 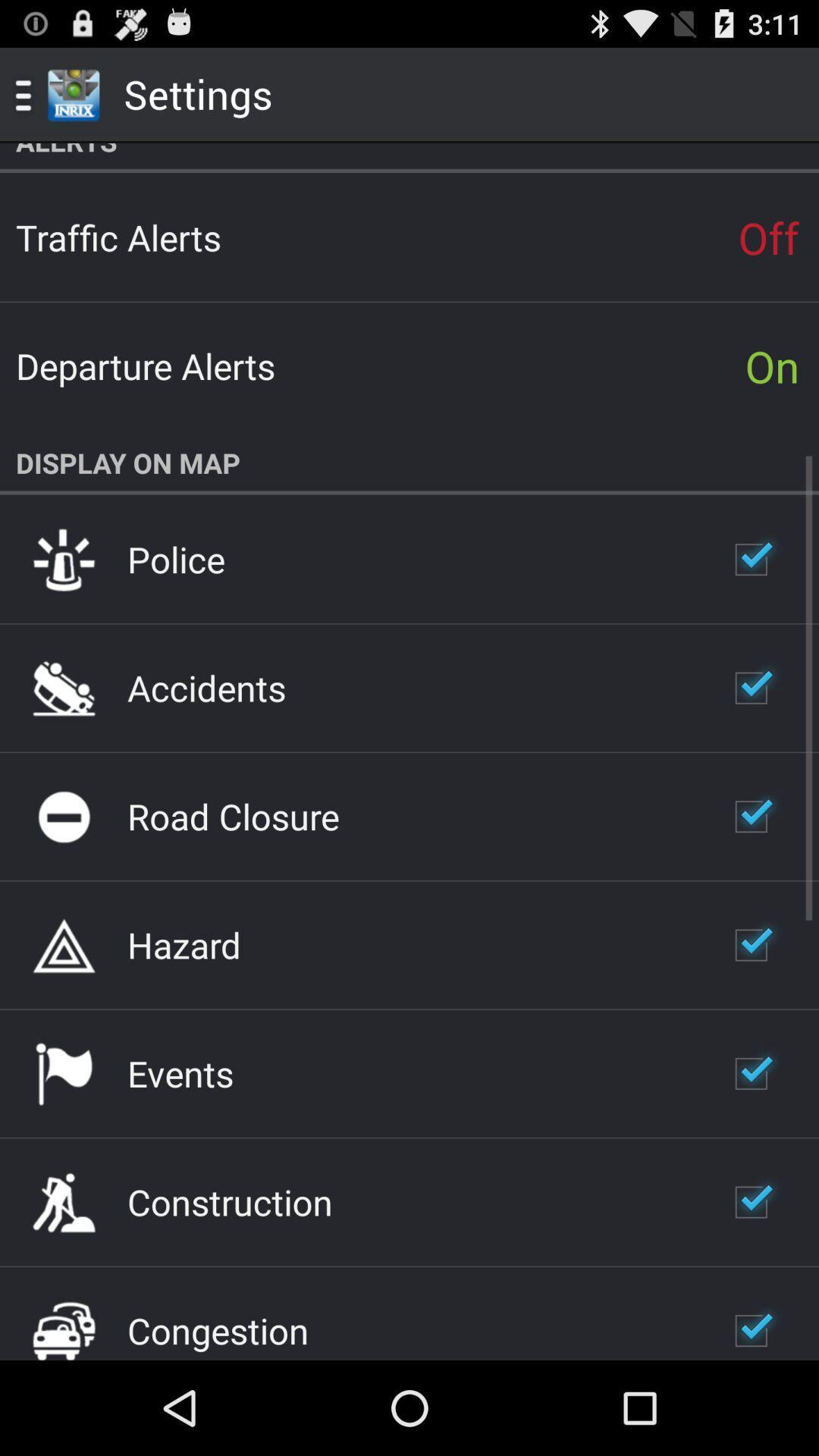 What do you see at coordinates (230, 1201) in the screenshot?
I see `construction icon` at bounding box center [230, 1201].